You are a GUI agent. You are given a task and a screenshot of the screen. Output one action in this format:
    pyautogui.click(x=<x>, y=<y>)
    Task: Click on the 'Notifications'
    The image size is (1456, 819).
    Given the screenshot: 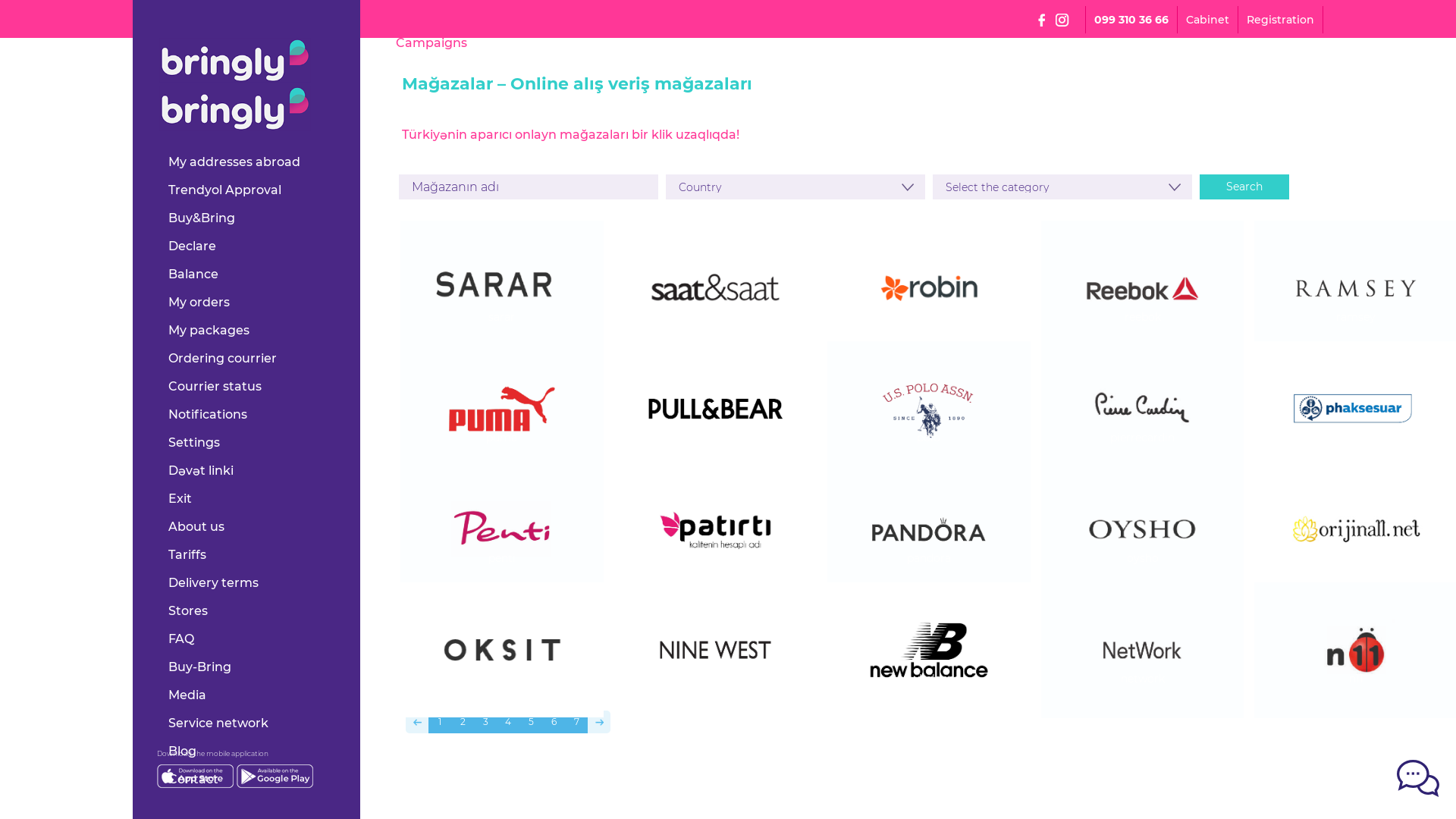 What is the action you would take?
    pyautogui.click(x=206, y=414)
    